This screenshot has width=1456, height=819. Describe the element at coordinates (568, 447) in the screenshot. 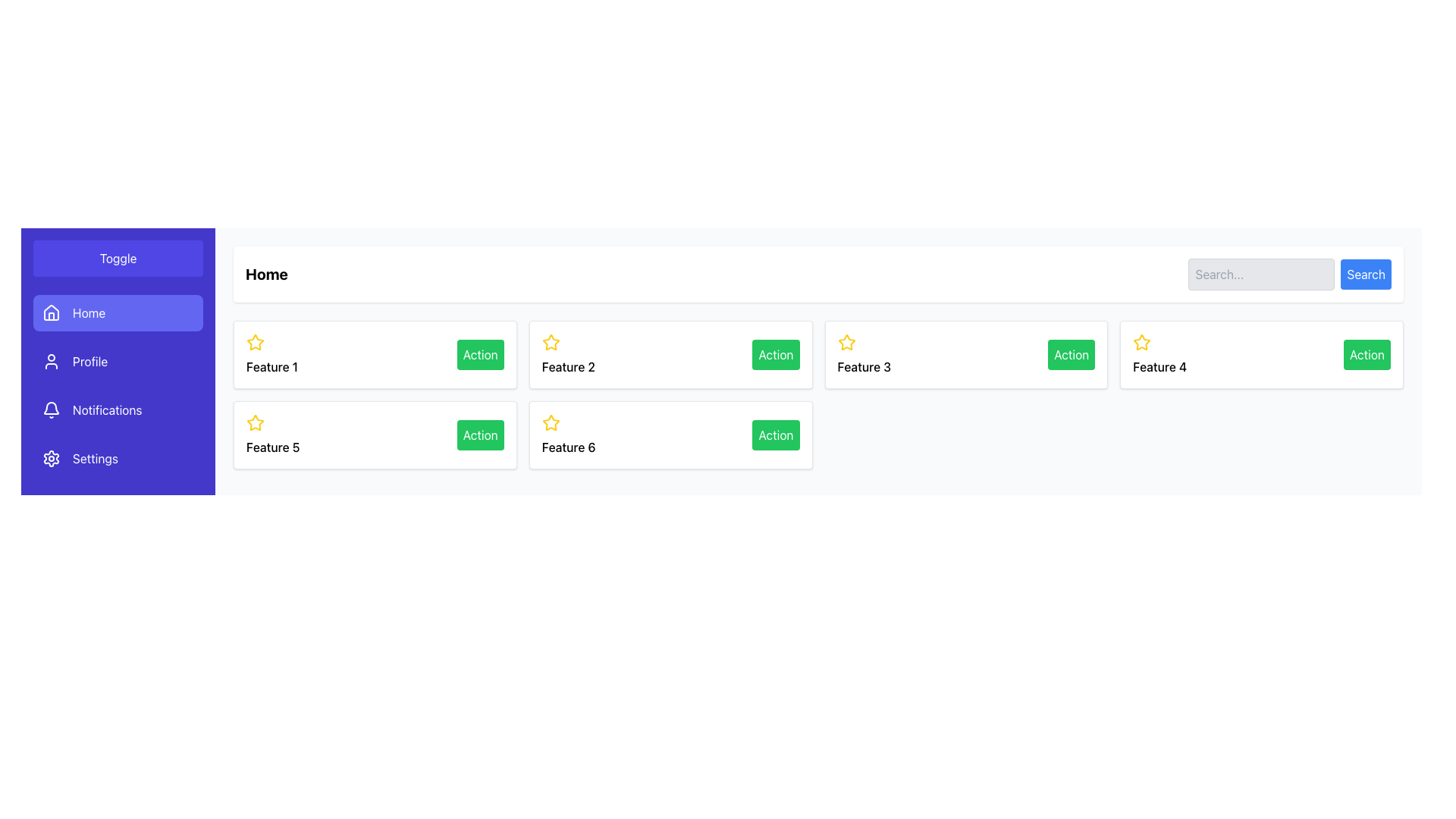

I see `the descriptive label element located in the bottom row of the grid layout, which is horizontally aligned with the star icon and the 'Action' button` at that location.